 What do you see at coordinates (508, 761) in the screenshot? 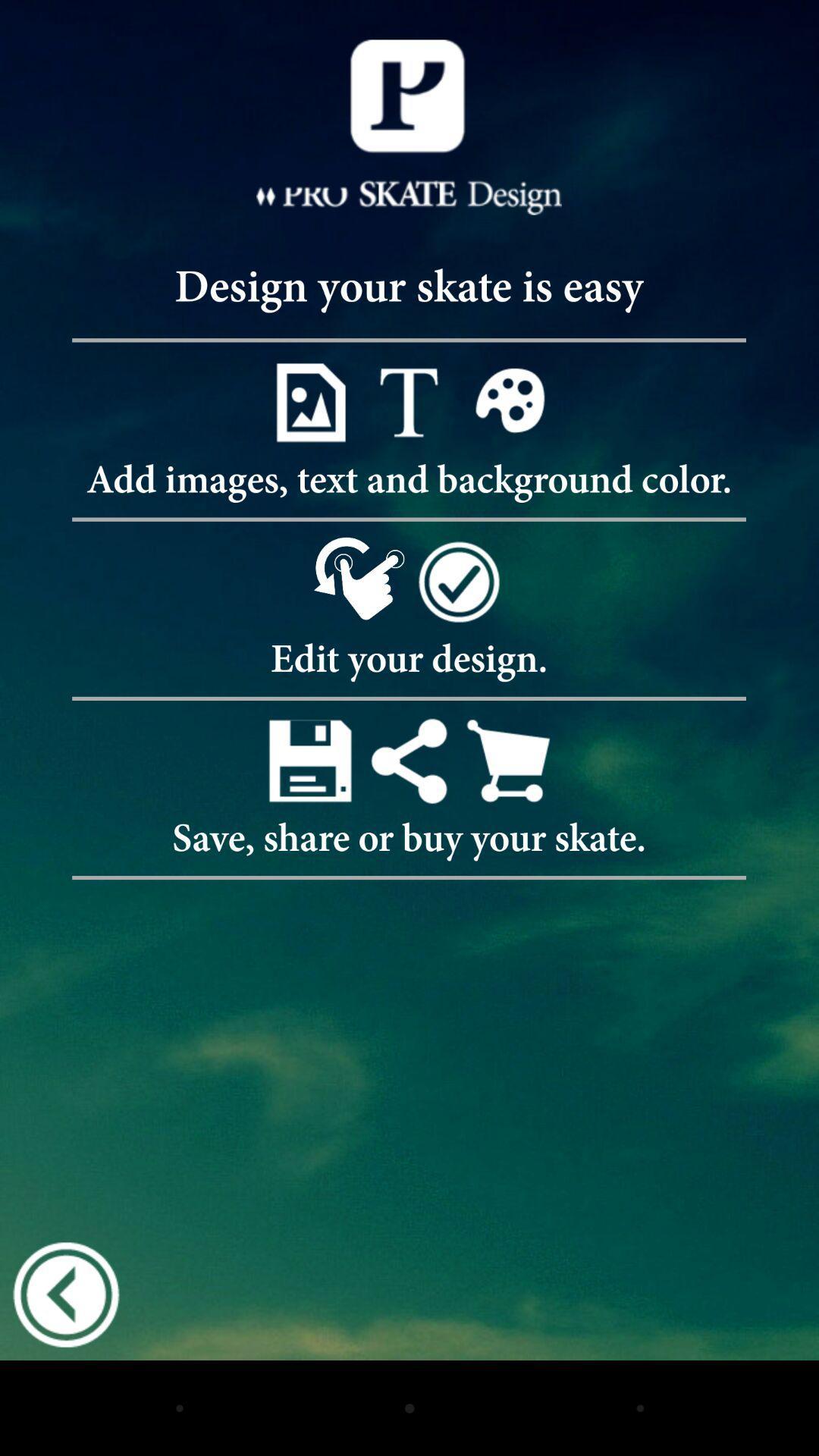
I see `the cart` at bounding box center [508, 761].